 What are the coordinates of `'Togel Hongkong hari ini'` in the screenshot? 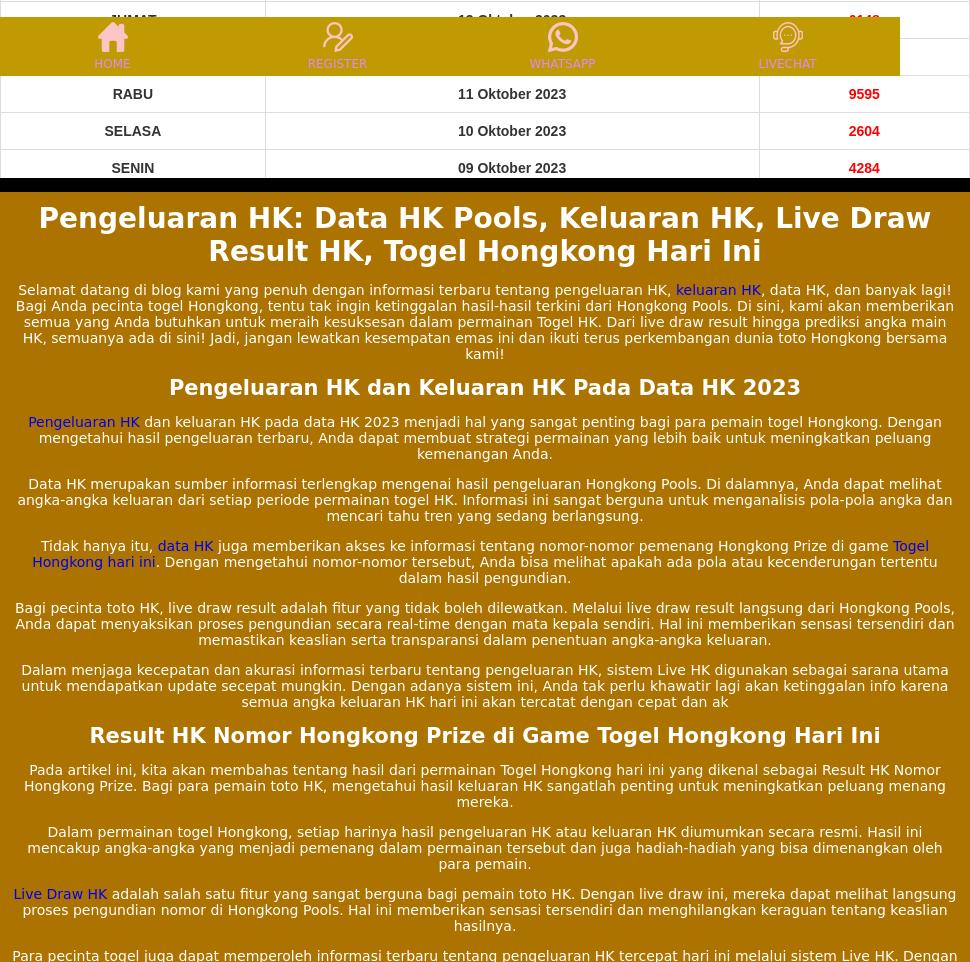 It's located at (479, 552).